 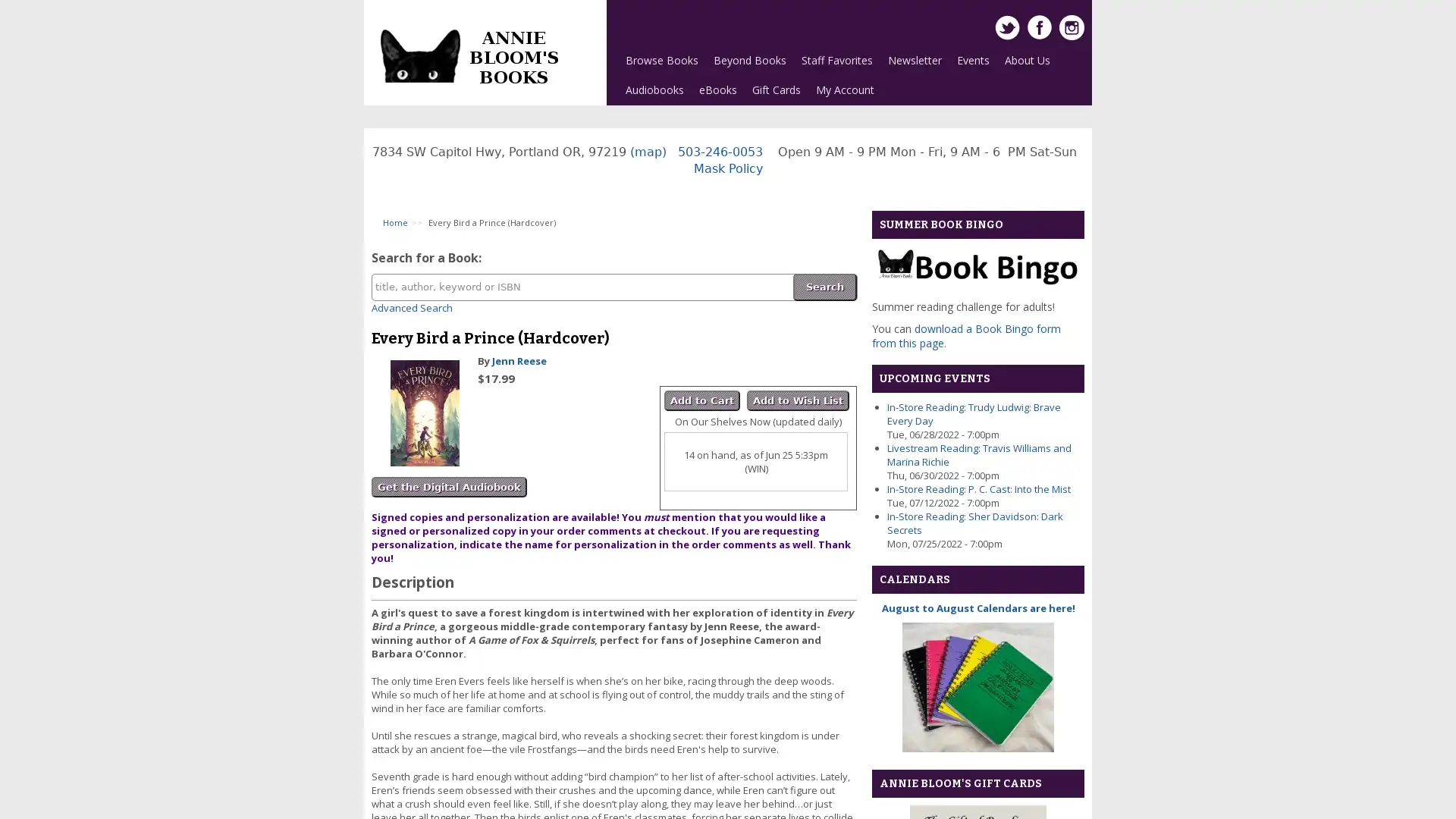 What do you see at coordinates (824, 287) in the screenshot?
I see `Search` at bounding box center [824, 287].